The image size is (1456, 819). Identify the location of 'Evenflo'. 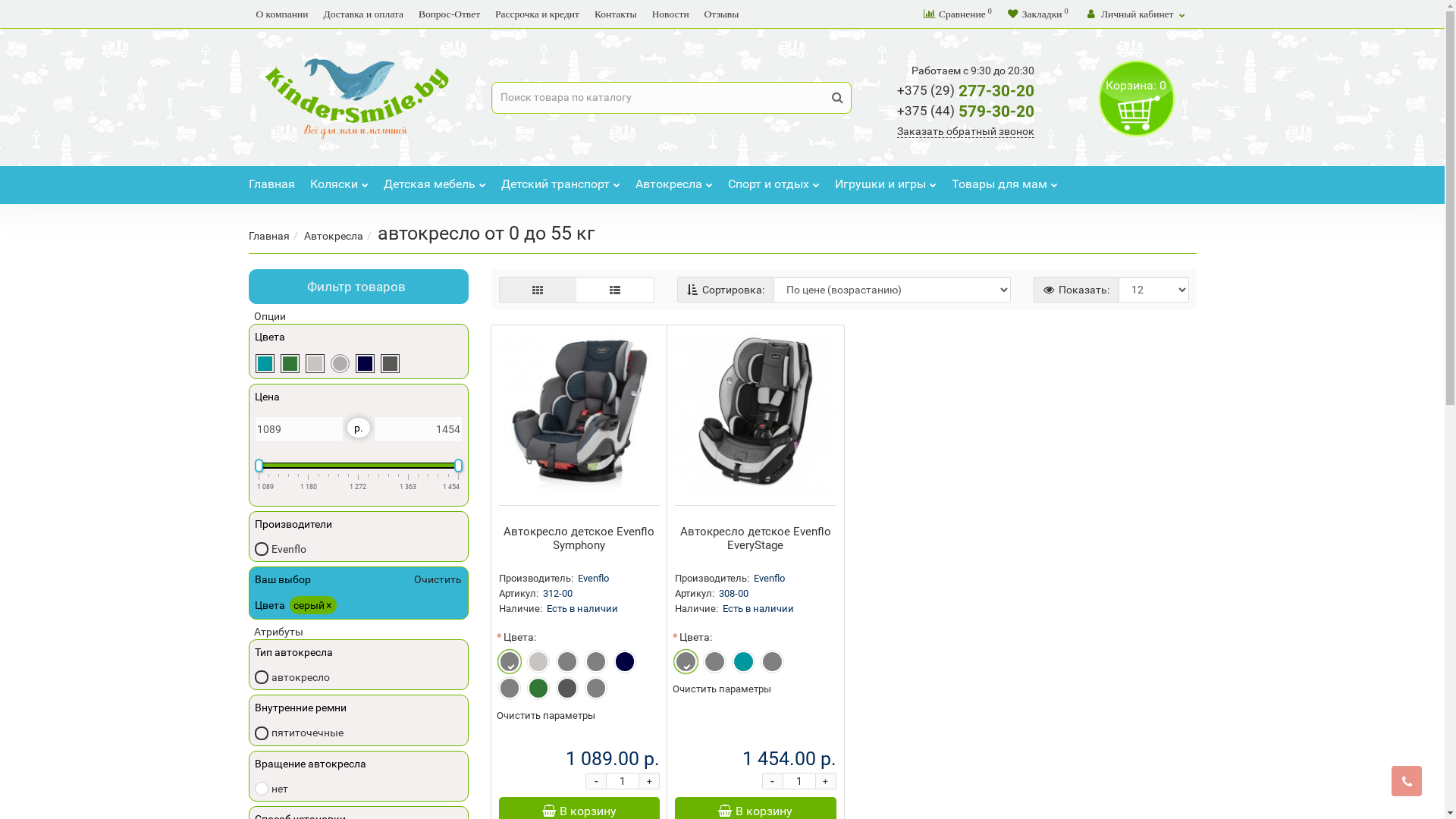
(280, 548).